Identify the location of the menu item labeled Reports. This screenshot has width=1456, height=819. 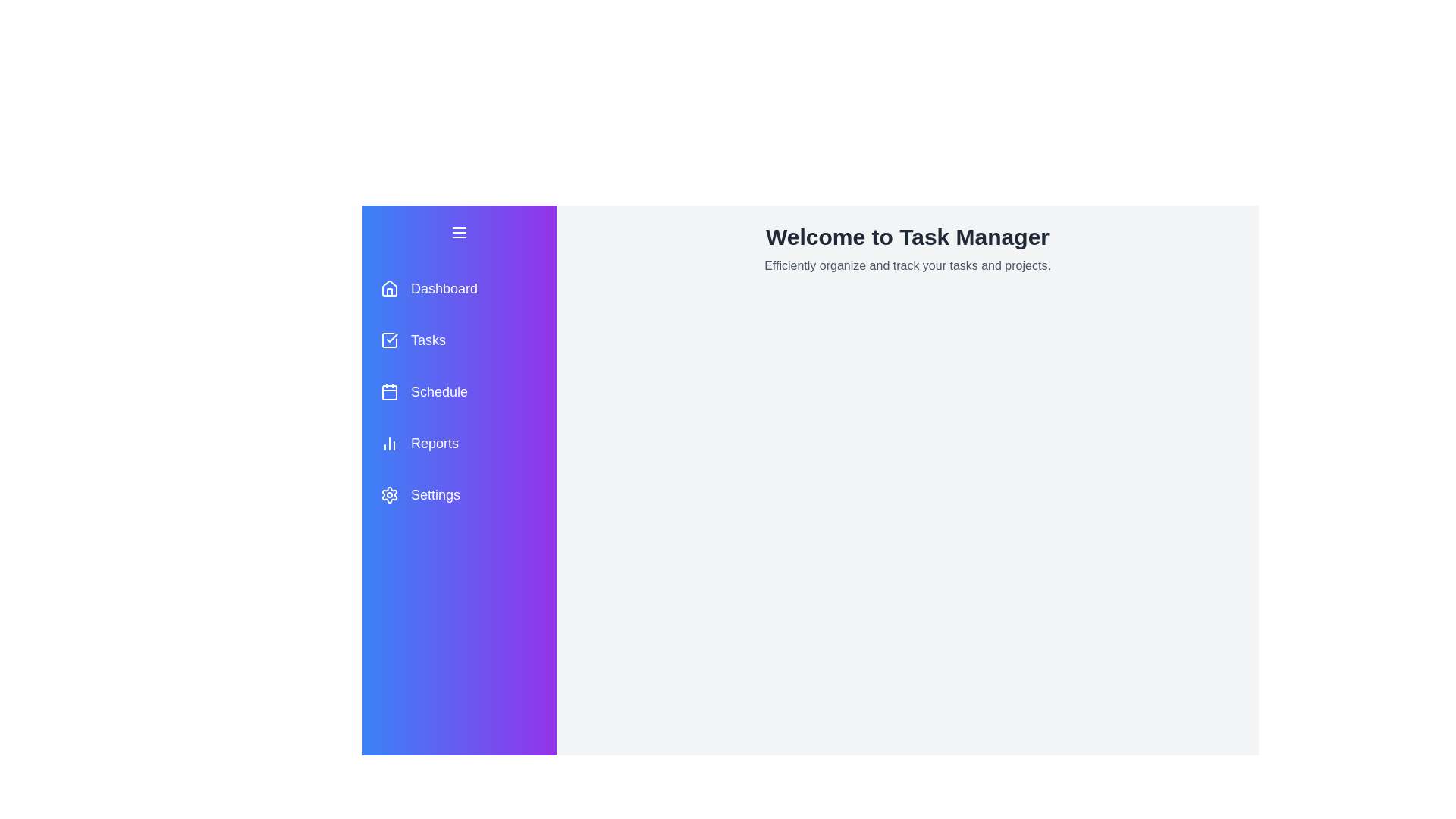
(458, 444).